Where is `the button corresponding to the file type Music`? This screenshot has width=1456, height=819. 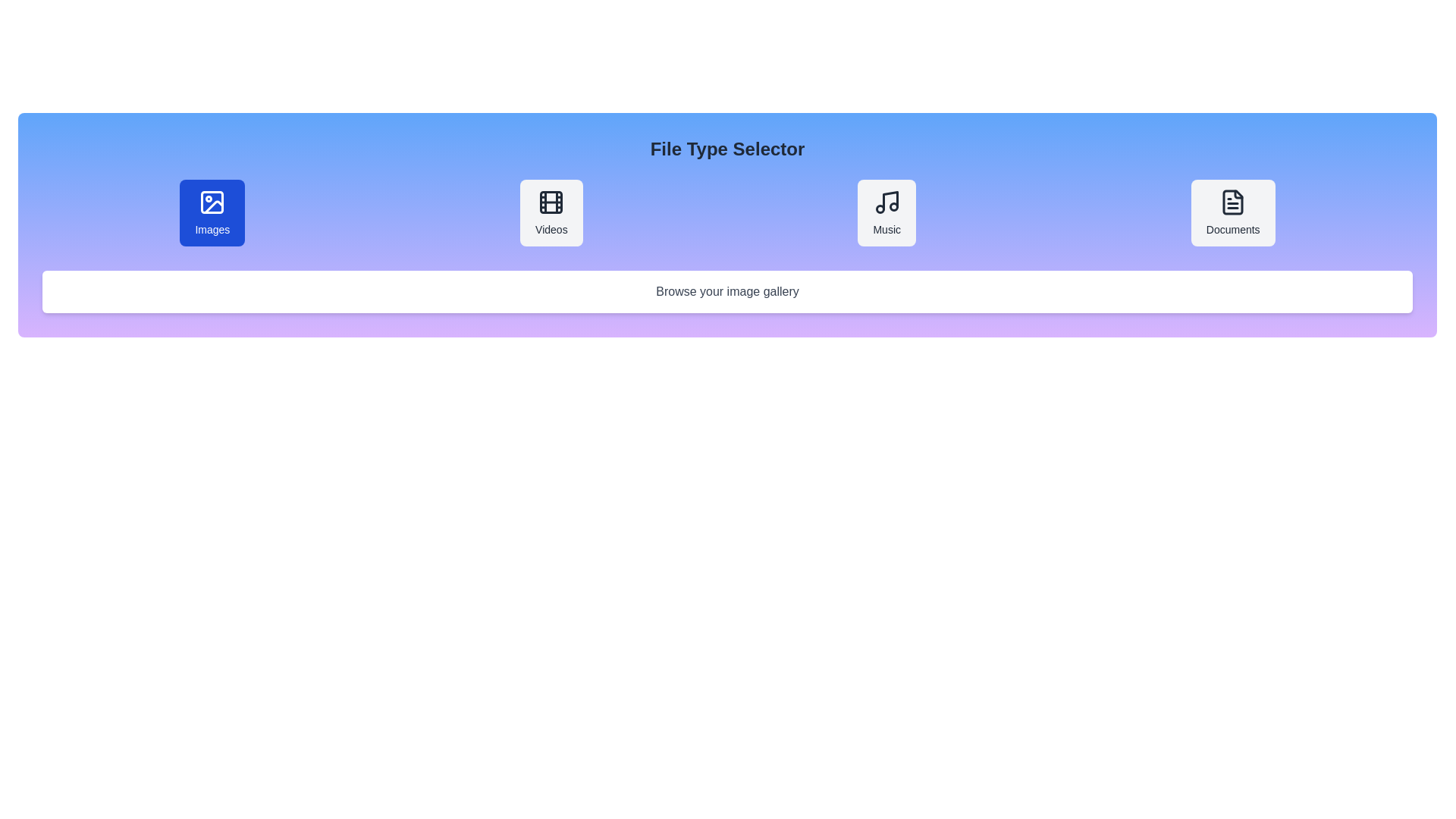 the button corresponding to the file type Music is located at coordinates (886, 213).